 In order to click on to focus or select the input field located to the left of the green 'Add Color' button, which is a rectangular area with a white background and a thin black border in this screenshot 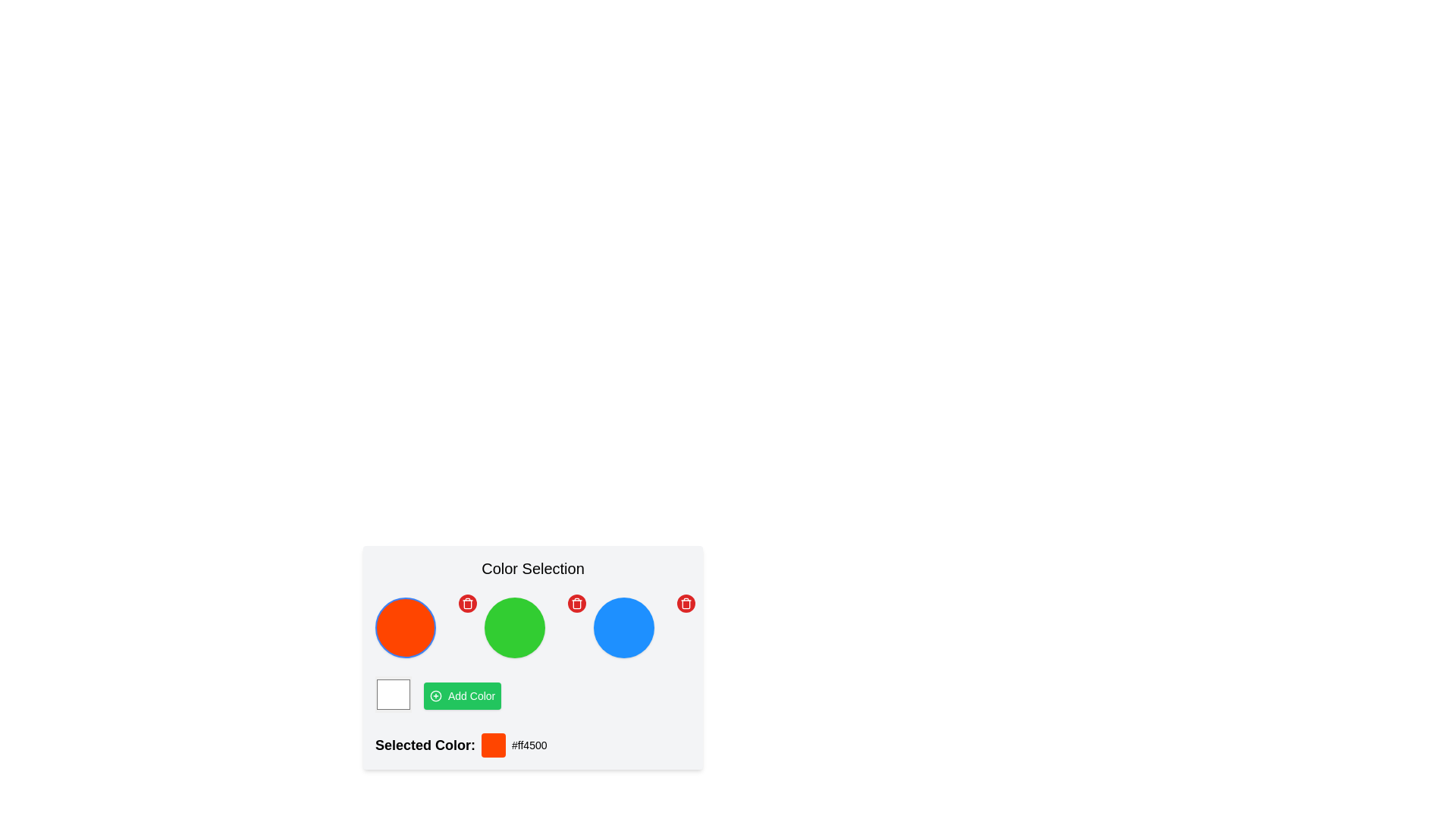, I will do `click(532, 695)`.